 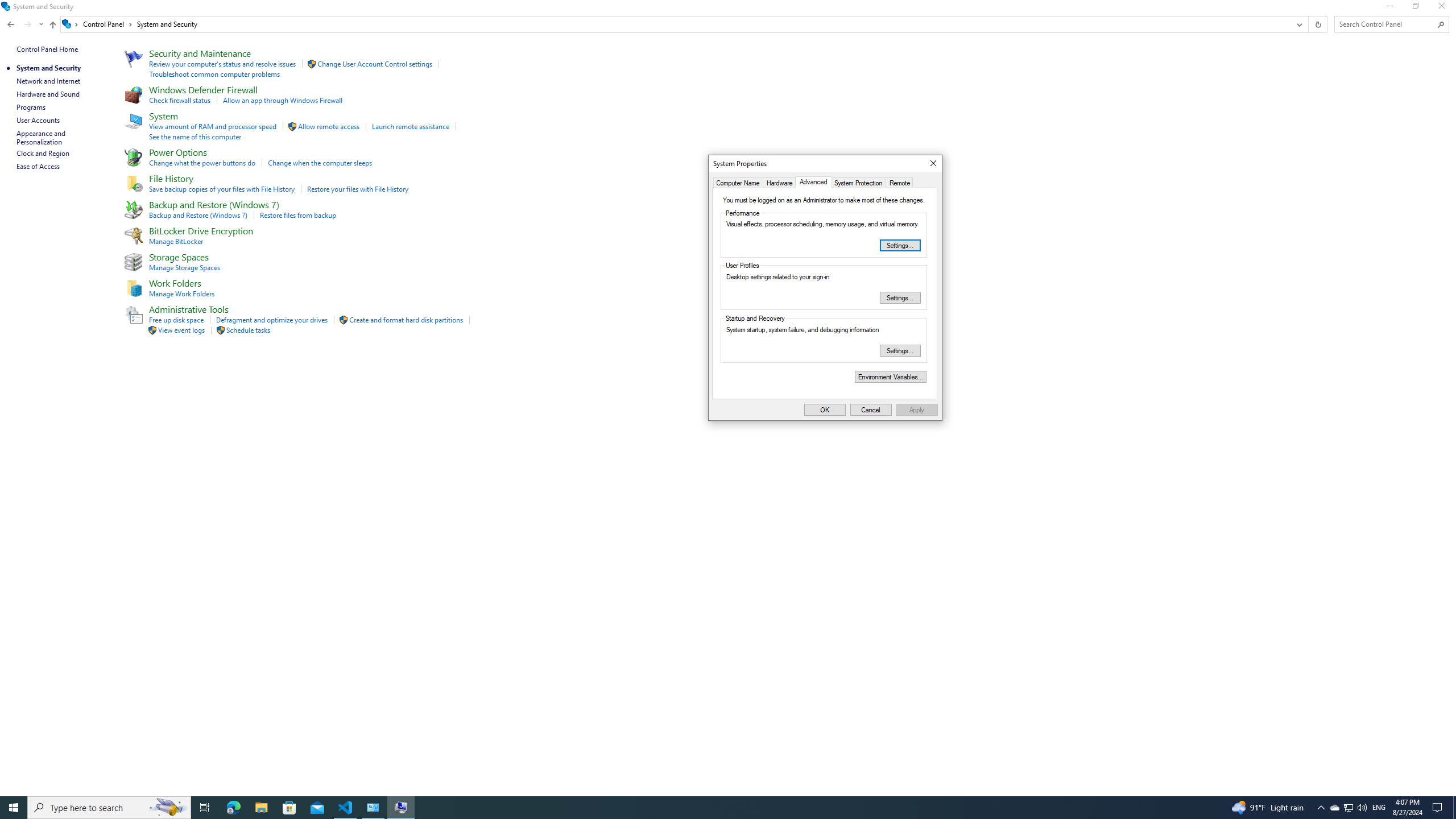 I want to click on 'System Protection', so click(x=858, y=183).